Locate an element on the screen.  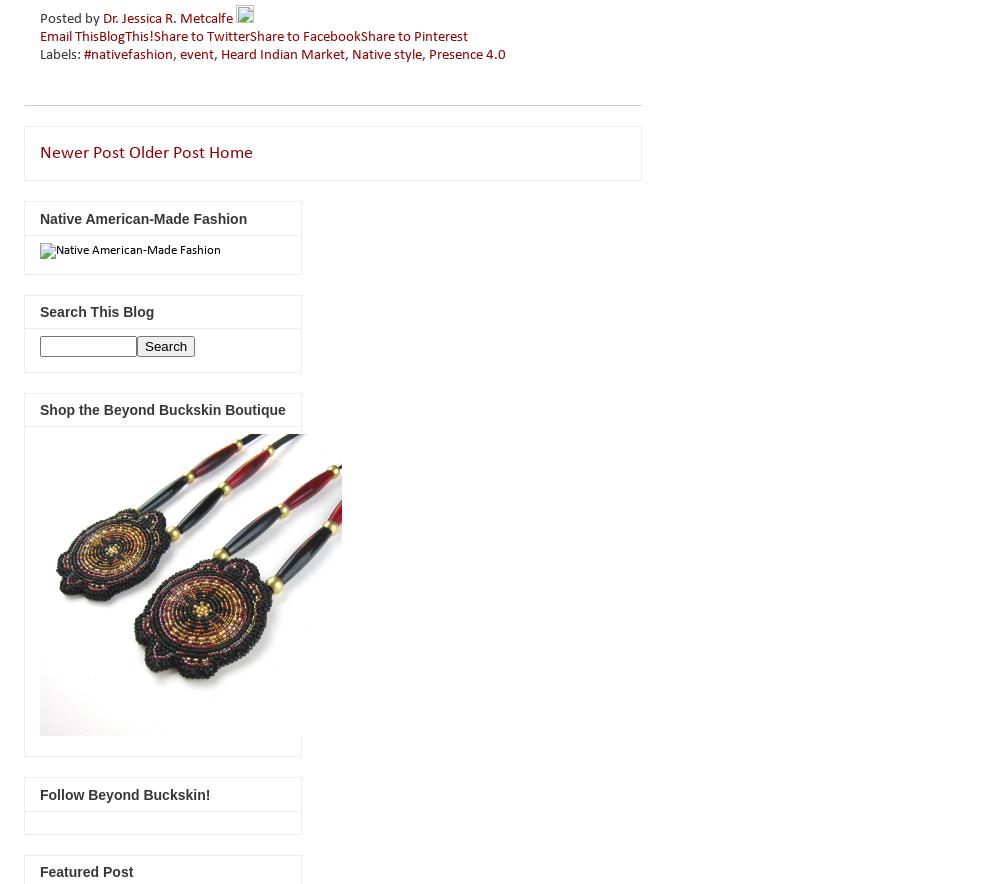
'Native American-Made Fashion' is located at coordinates (143, 216).